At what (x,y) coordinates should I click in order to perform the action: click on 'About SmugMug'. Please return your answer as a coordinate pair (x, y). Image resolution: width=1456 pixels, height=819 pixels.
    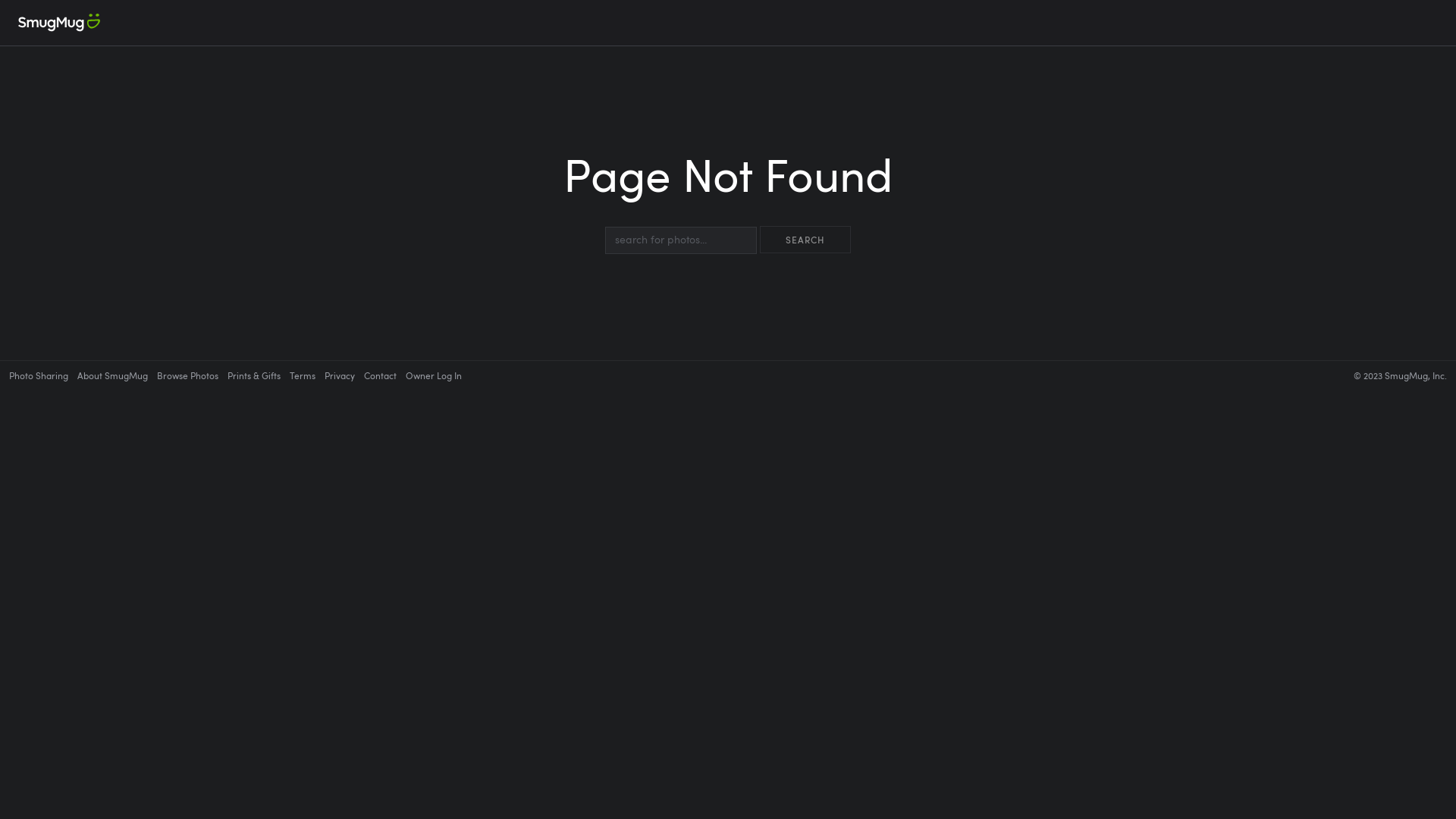
    Looking at the image, I should click on (111, 375).